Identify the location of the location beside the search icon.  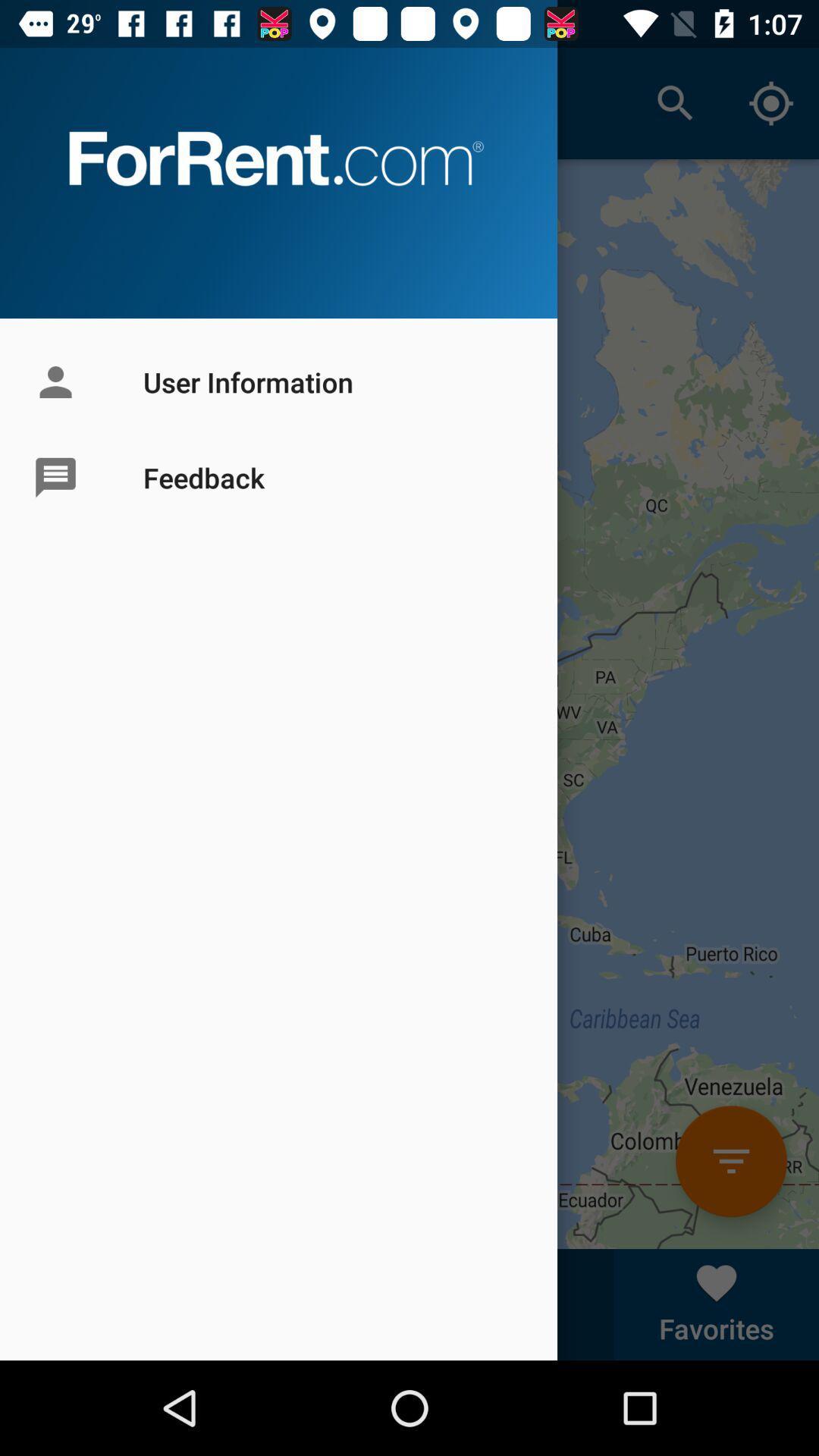
(771, 103).